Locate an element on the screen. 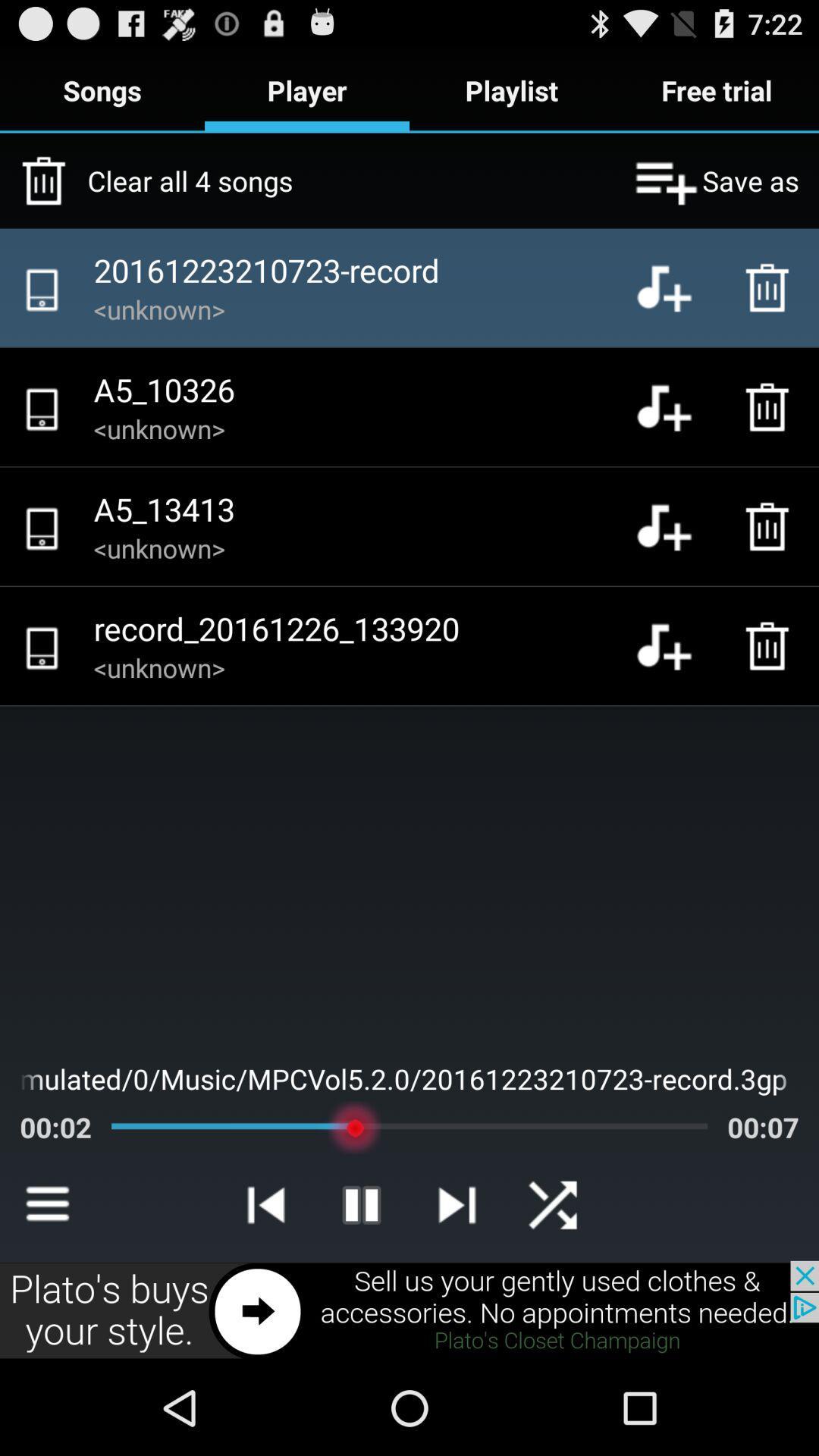 The height and width of the screenshot is (1456, 819). the close icon is located at coordinates (553, 1288).